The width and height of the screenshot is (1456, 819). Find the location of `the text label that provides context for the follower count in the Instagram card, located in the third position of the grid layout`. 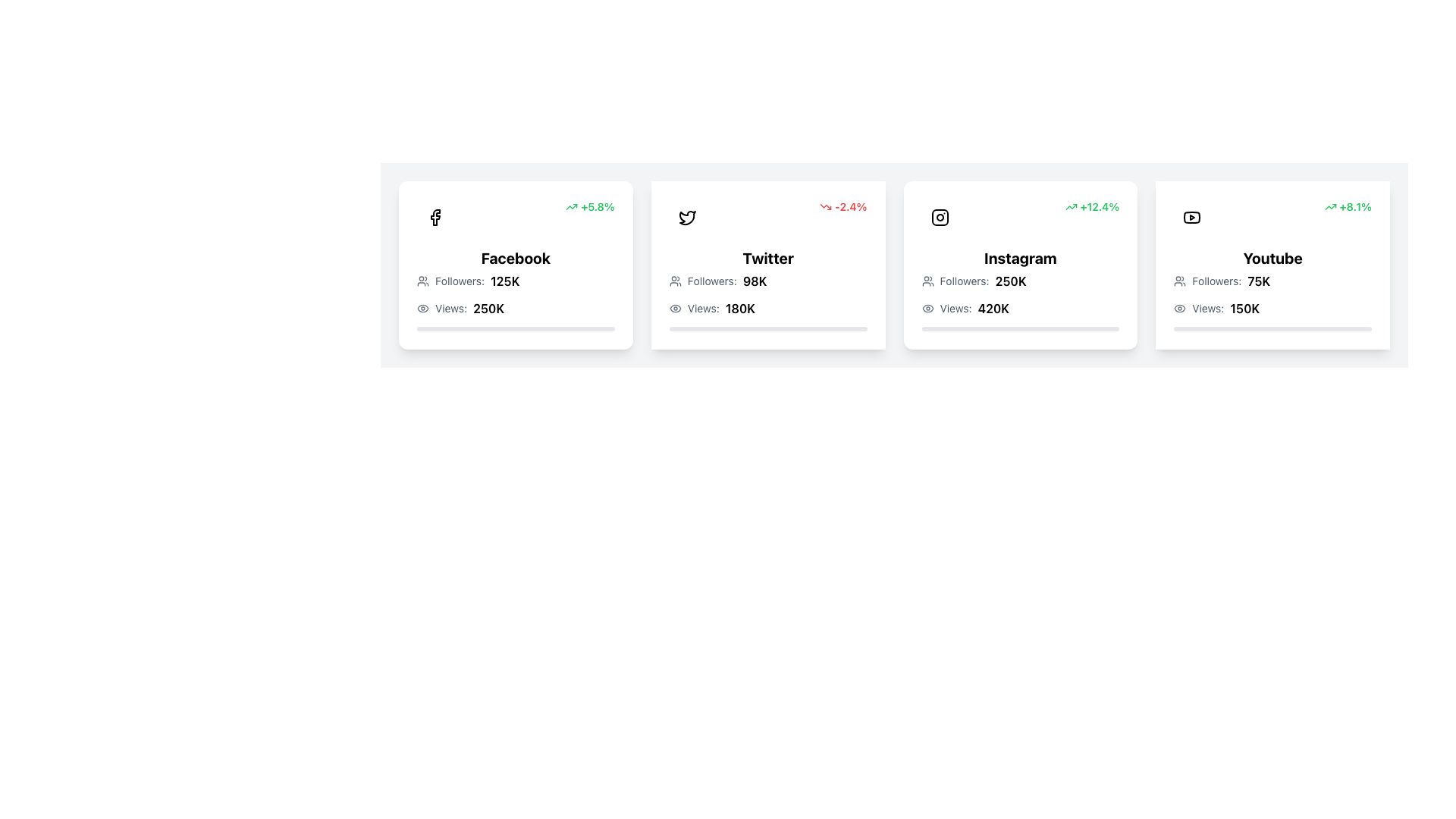

the text label that provides context for the follower count in the Instagram card, located in the third position of the grid layout is located at coordinates (964, 281).